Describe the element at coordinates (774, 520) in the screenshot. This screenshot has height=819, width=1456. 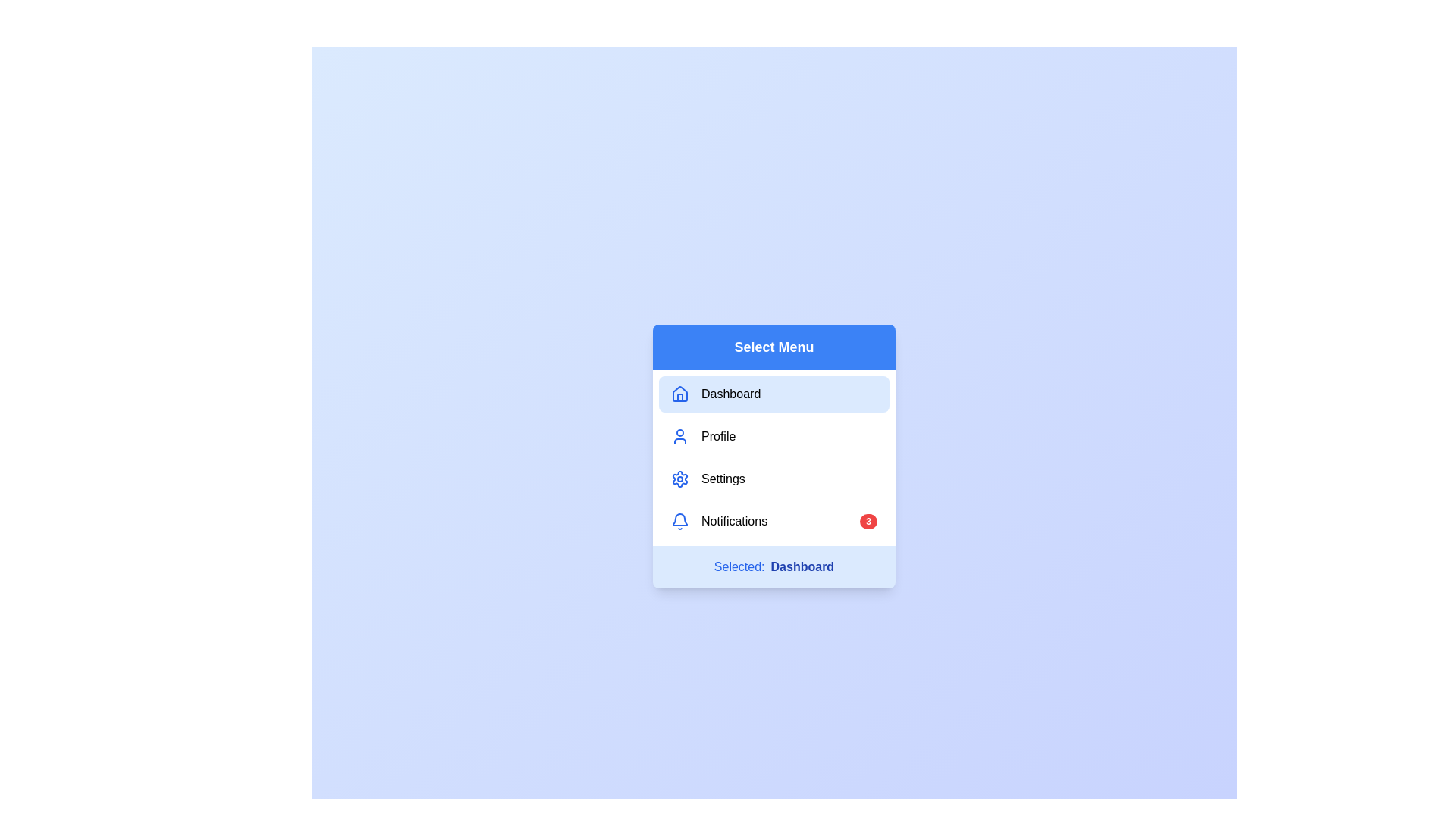
I see `the menu item Notifications to see its hover effect` at that location.